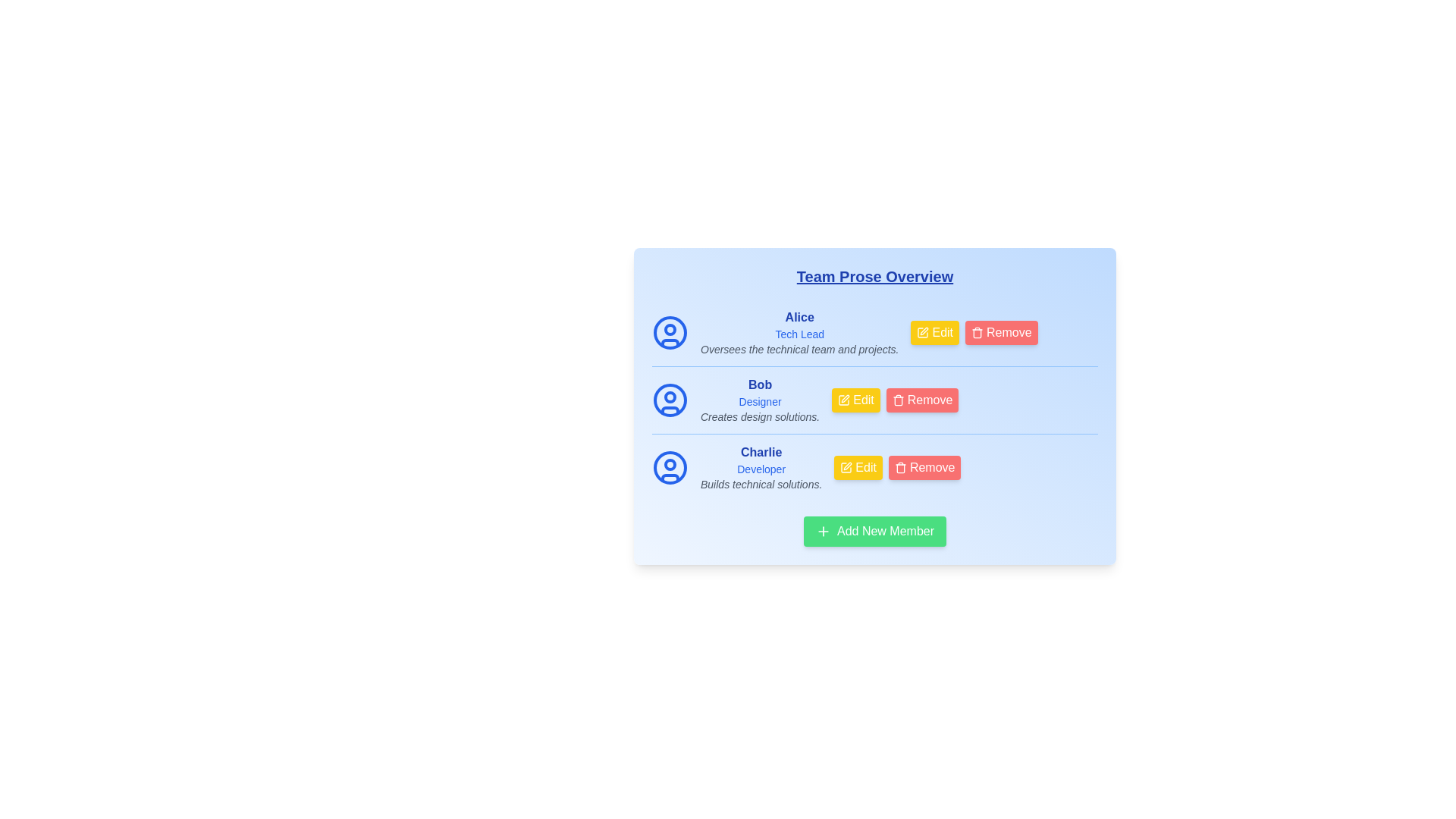 Image resolution: width=1456 pixels, height=819 pixels. Describe the element at coordinates (761, 452) in the screenshot. I see `the text label displaying the name 'Charlie', which identifies the profile entry within the application interface, located above the text 'Developer'` at that location.